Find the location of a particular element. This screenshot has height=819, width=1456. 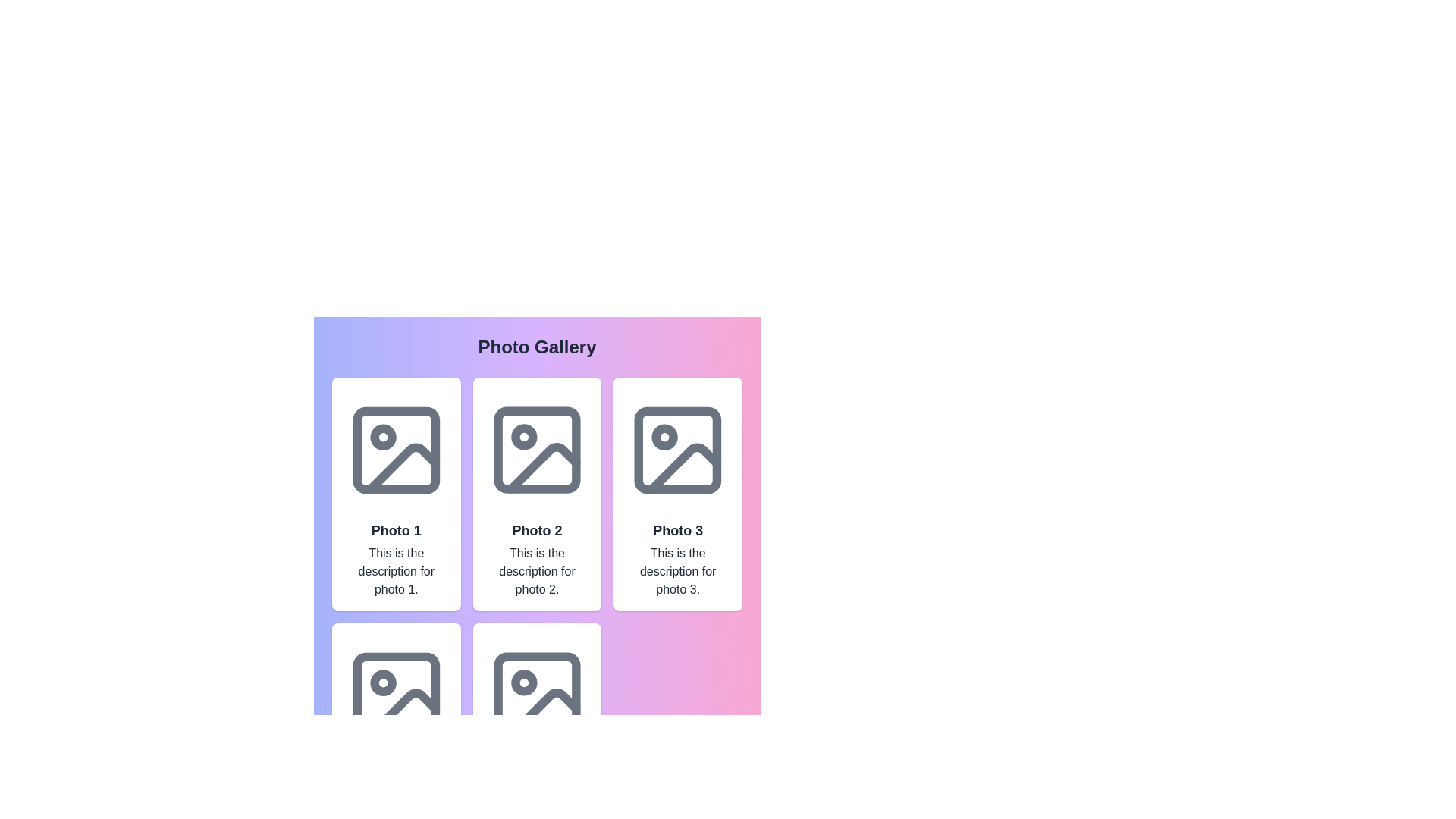

the static informational card representing 'Photo 3', which features a gray image icon, the title 'Photo 3' in bold text, and a description stating 'This is the description for photo 3.' is located at coordinates (677, 494).